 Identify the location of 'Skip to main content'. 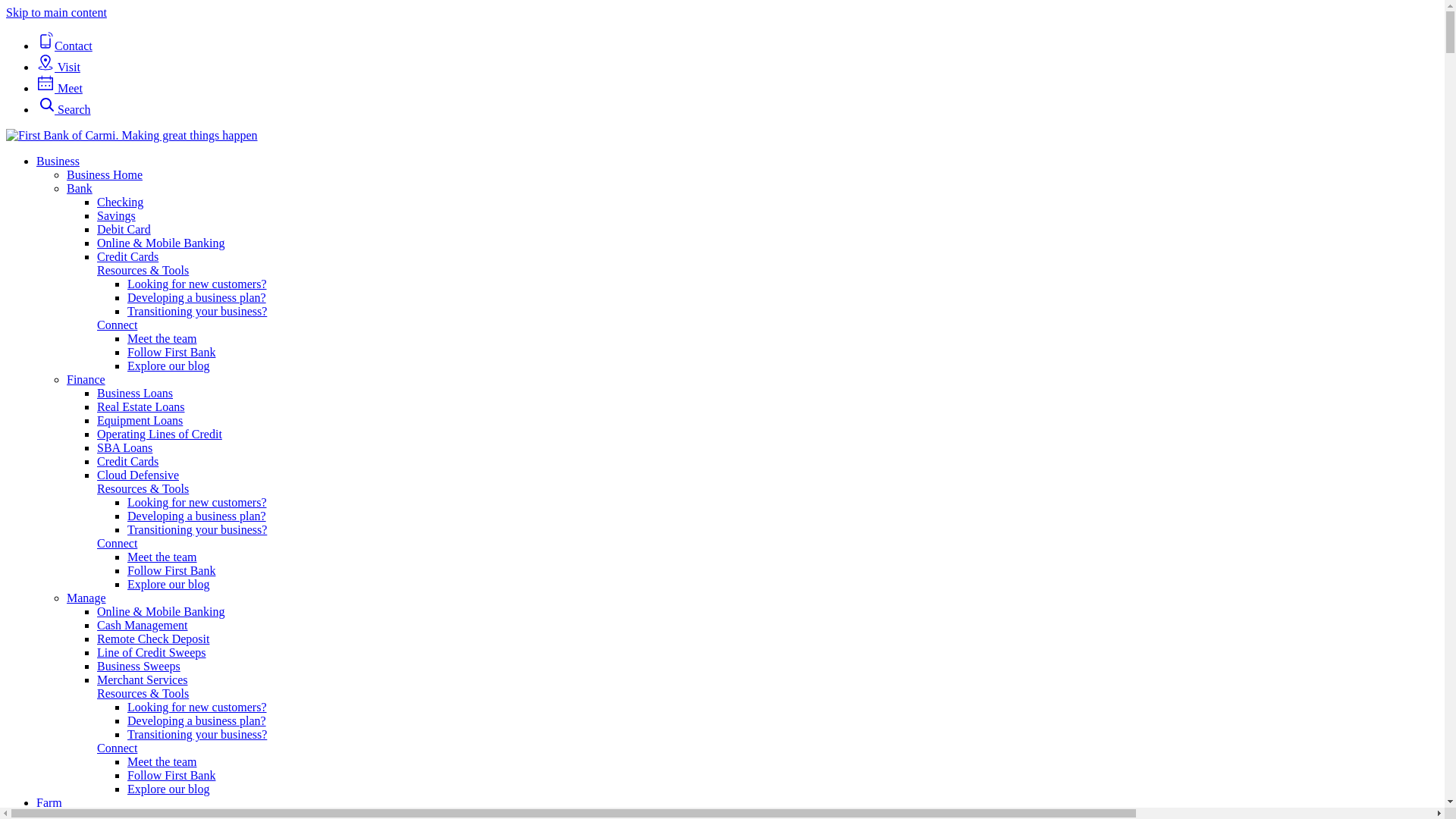
(56, 12).